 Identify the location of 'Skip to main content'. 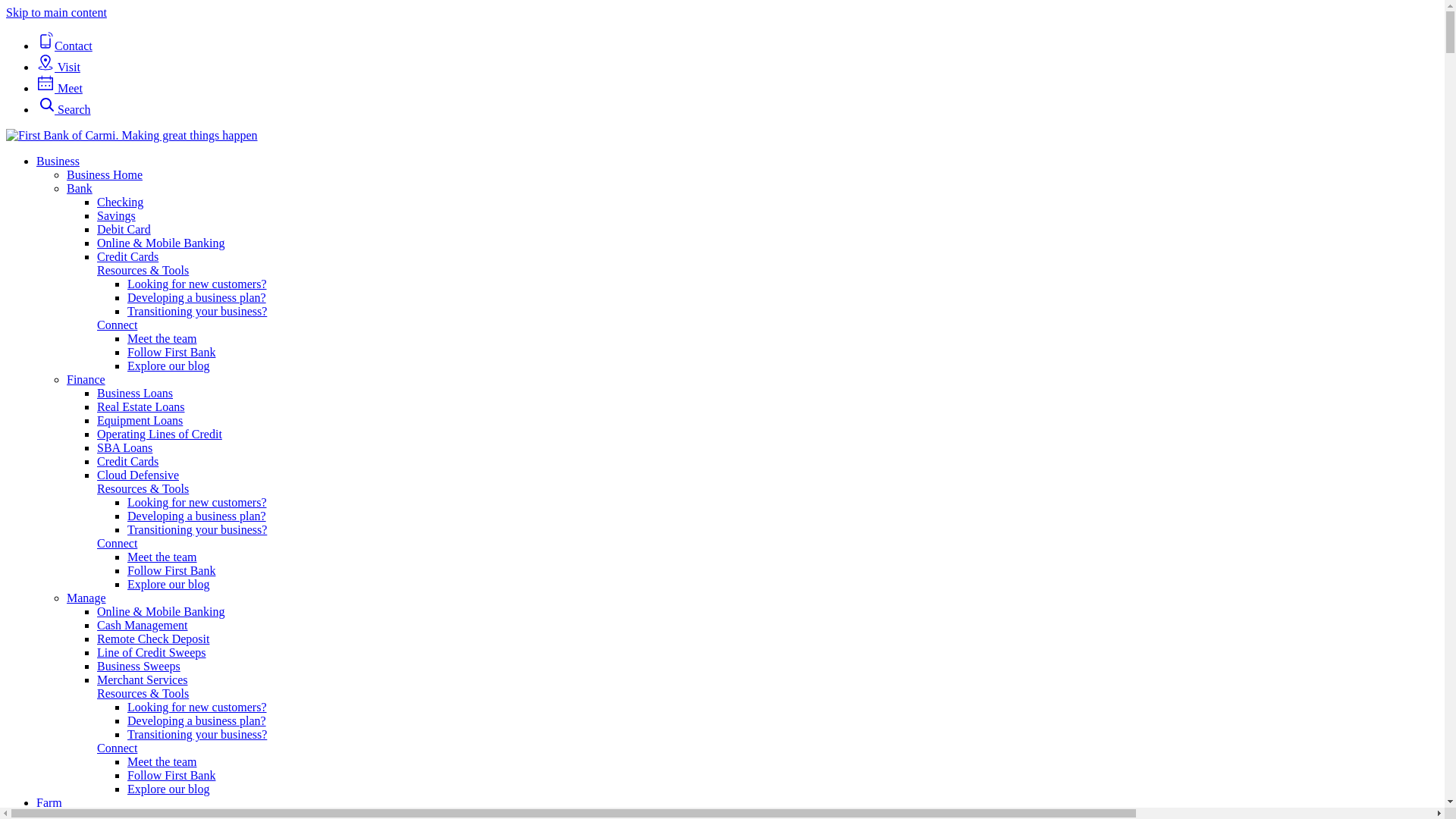
(56, 12).